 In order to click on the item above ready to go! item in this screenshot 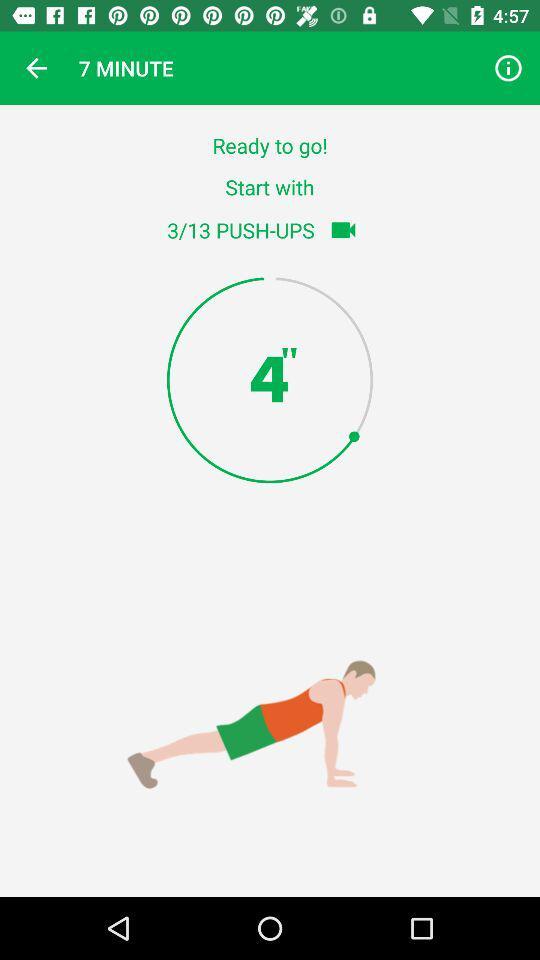, I will do `click(36, 68)`.